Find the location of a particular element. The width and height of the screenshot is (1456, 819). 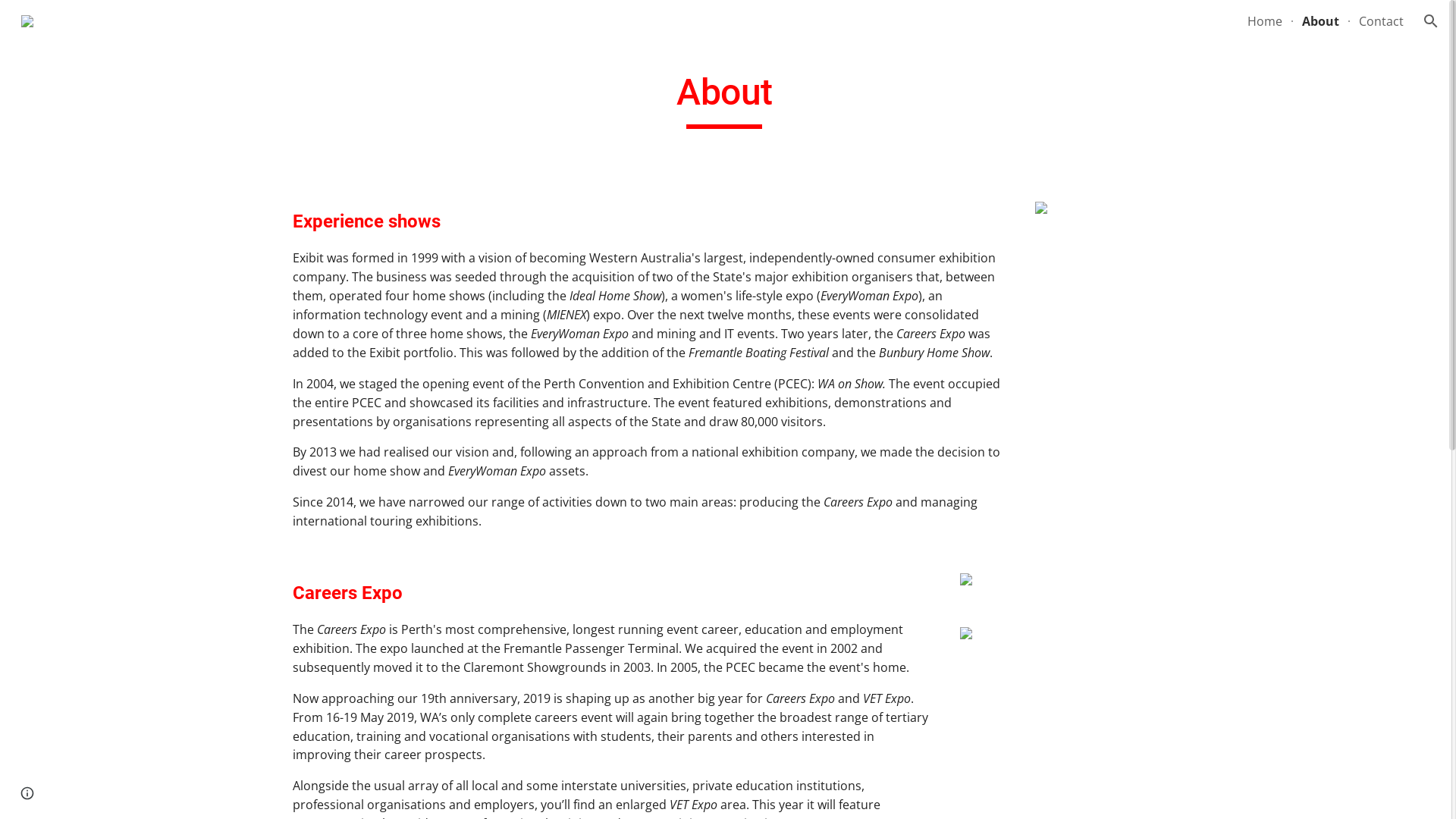

'Home' is located at coordinates (1247, 20).